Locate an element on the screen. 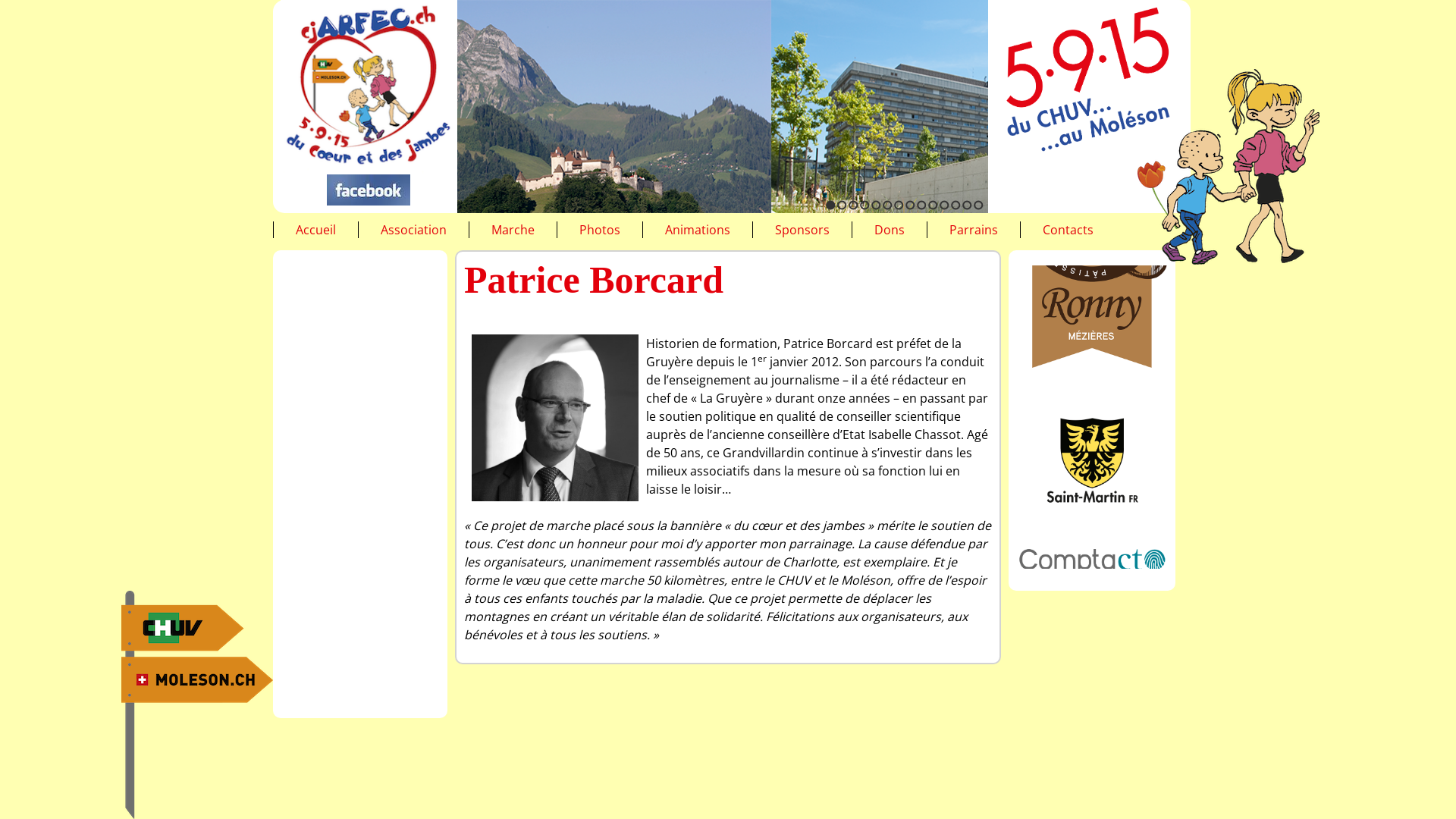 Image resolution: width=1456 pixels, height=819 pixels. '9' is located at coordinates (921, 205).